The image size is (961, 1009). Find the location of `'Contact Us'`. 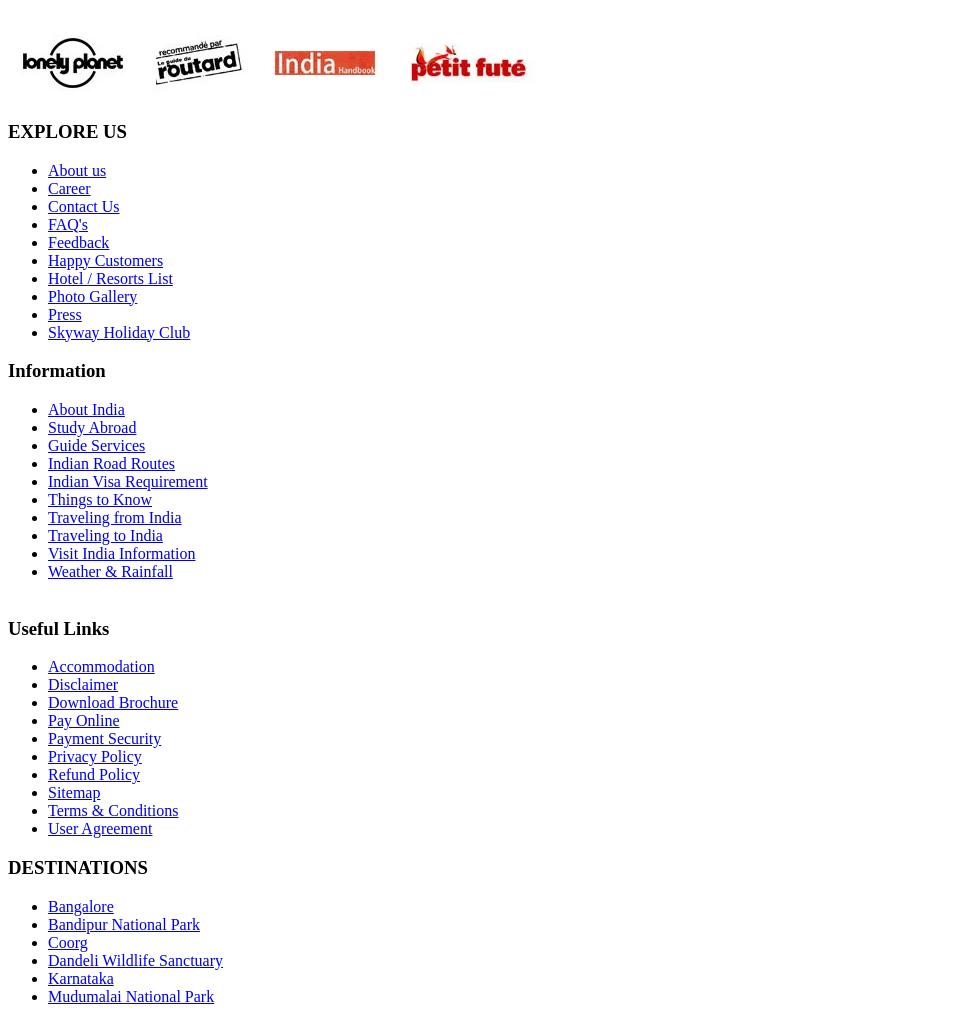

'Contact Us' is located at coordinates (83, 204).